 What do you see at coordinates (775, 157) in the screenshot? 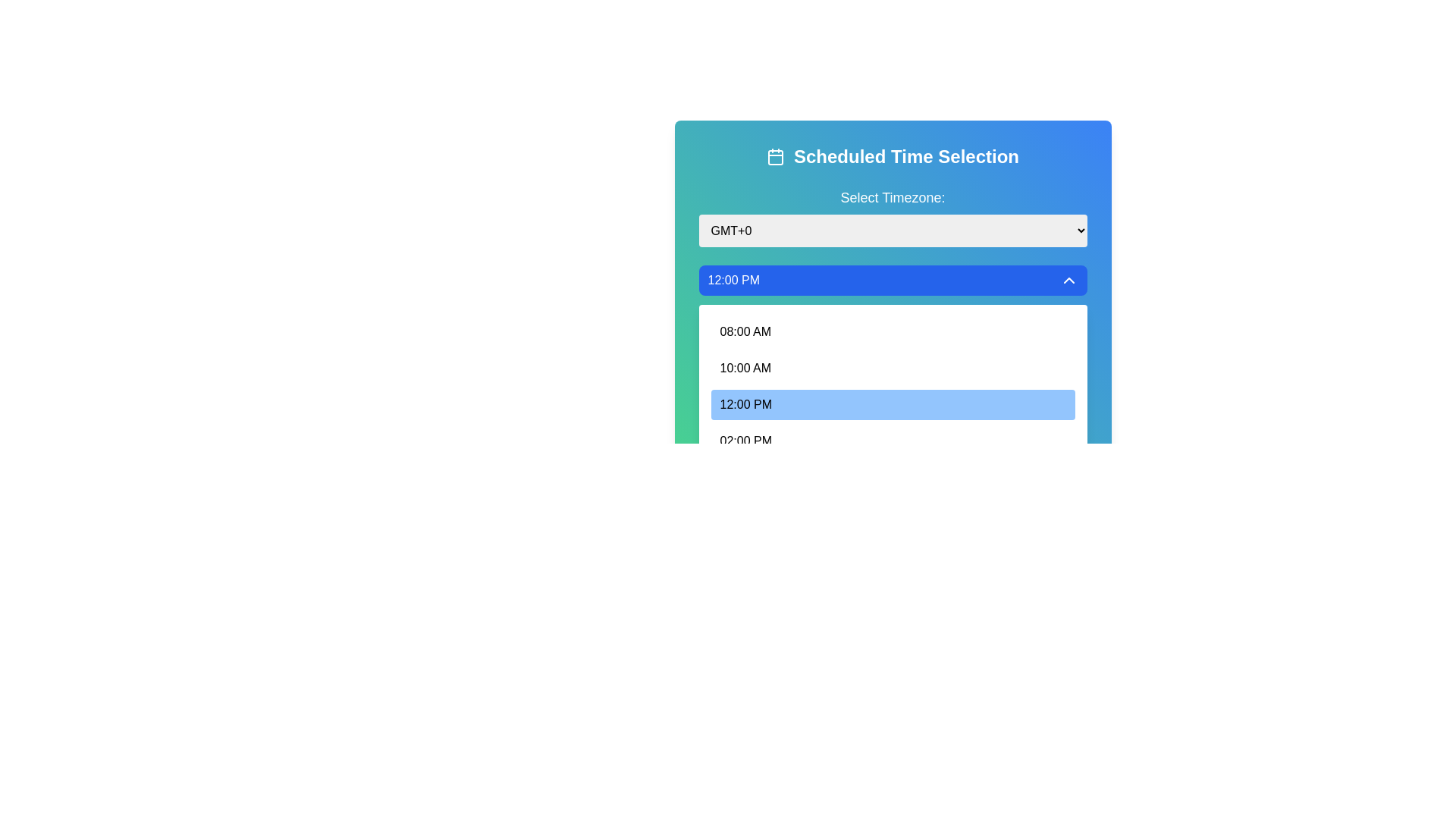
I see `the calendar icon located to the left of the text 'Scheduled Time Selection', which has a minimalistic design with a box outline and vertical lines at the top` at bounding box center [775, 157].